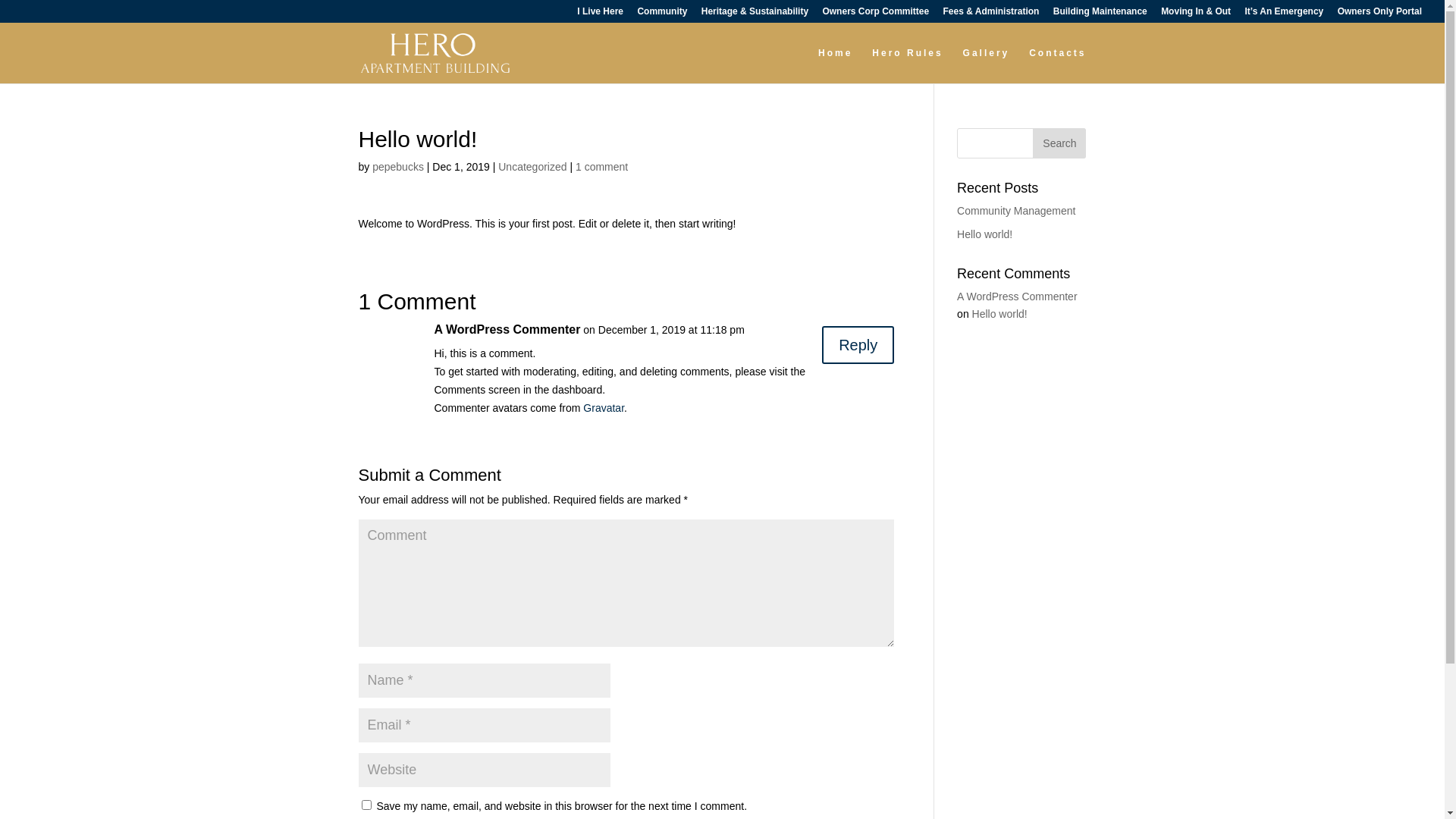 The width and height of the screenshot is (1456, 819). I want to click on 'pepebucks', so click(397, 166).